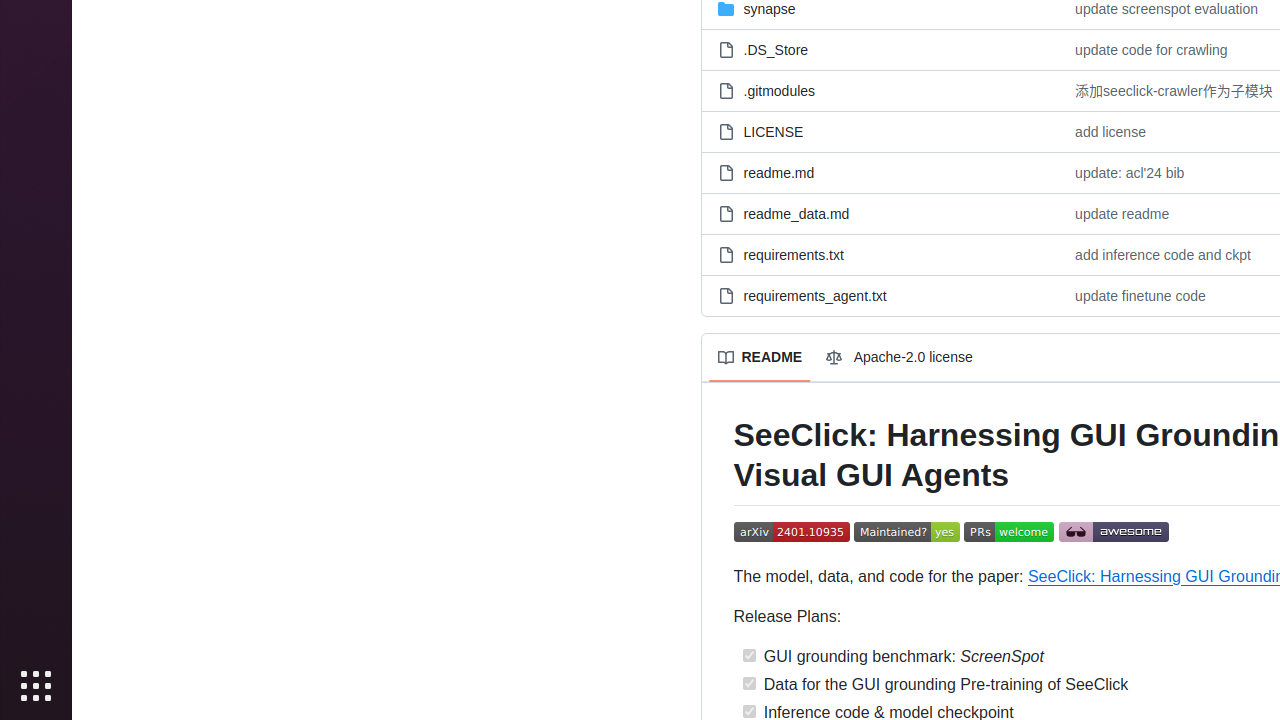  What do you see at coordinates (1151, 48) in the screenshot?
I see `'update code for crawling'` at bounding box center [1151, 48].